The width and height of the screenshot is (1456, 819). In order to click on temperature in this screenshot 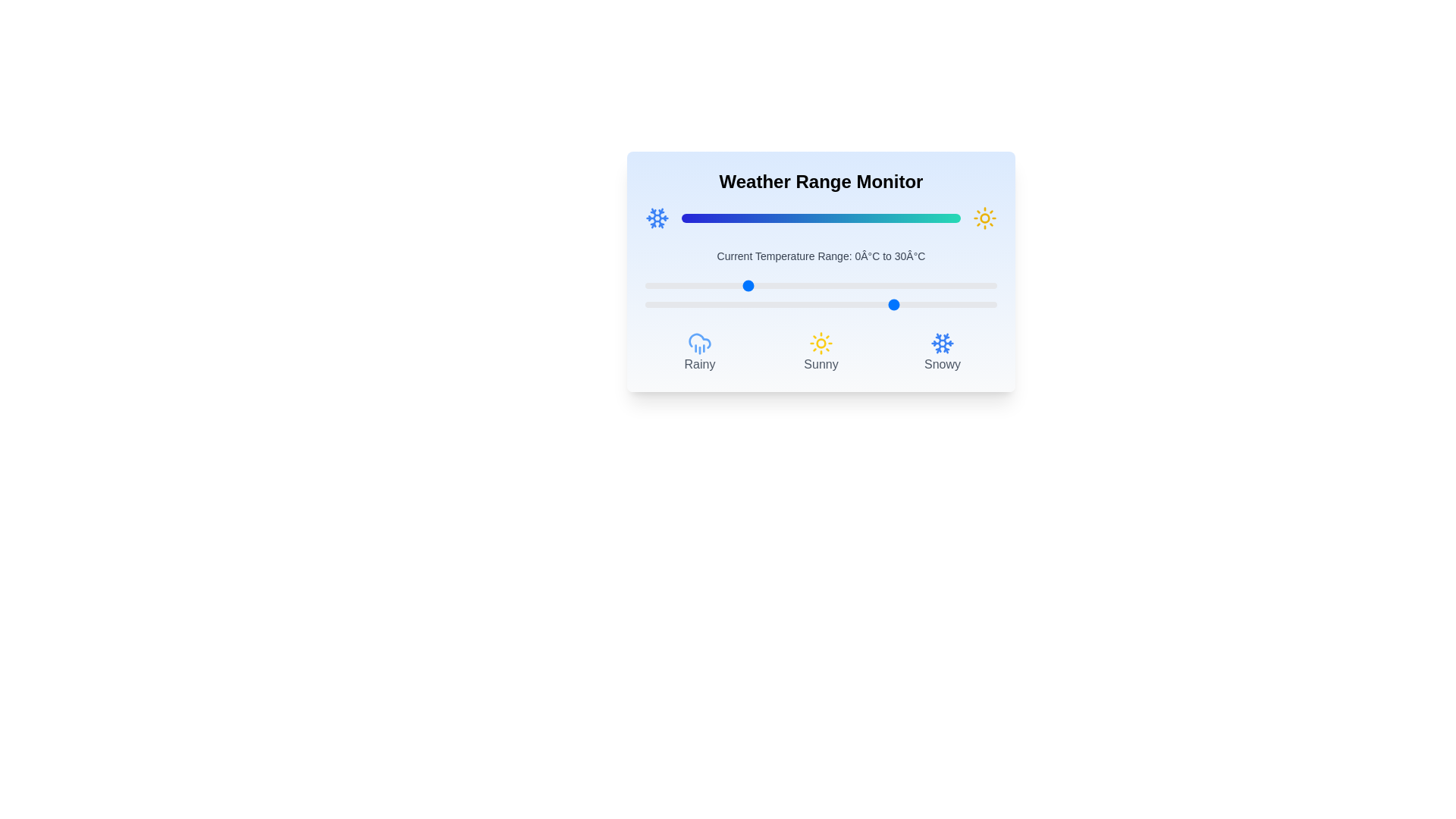, I will do `click(740, 304)`.